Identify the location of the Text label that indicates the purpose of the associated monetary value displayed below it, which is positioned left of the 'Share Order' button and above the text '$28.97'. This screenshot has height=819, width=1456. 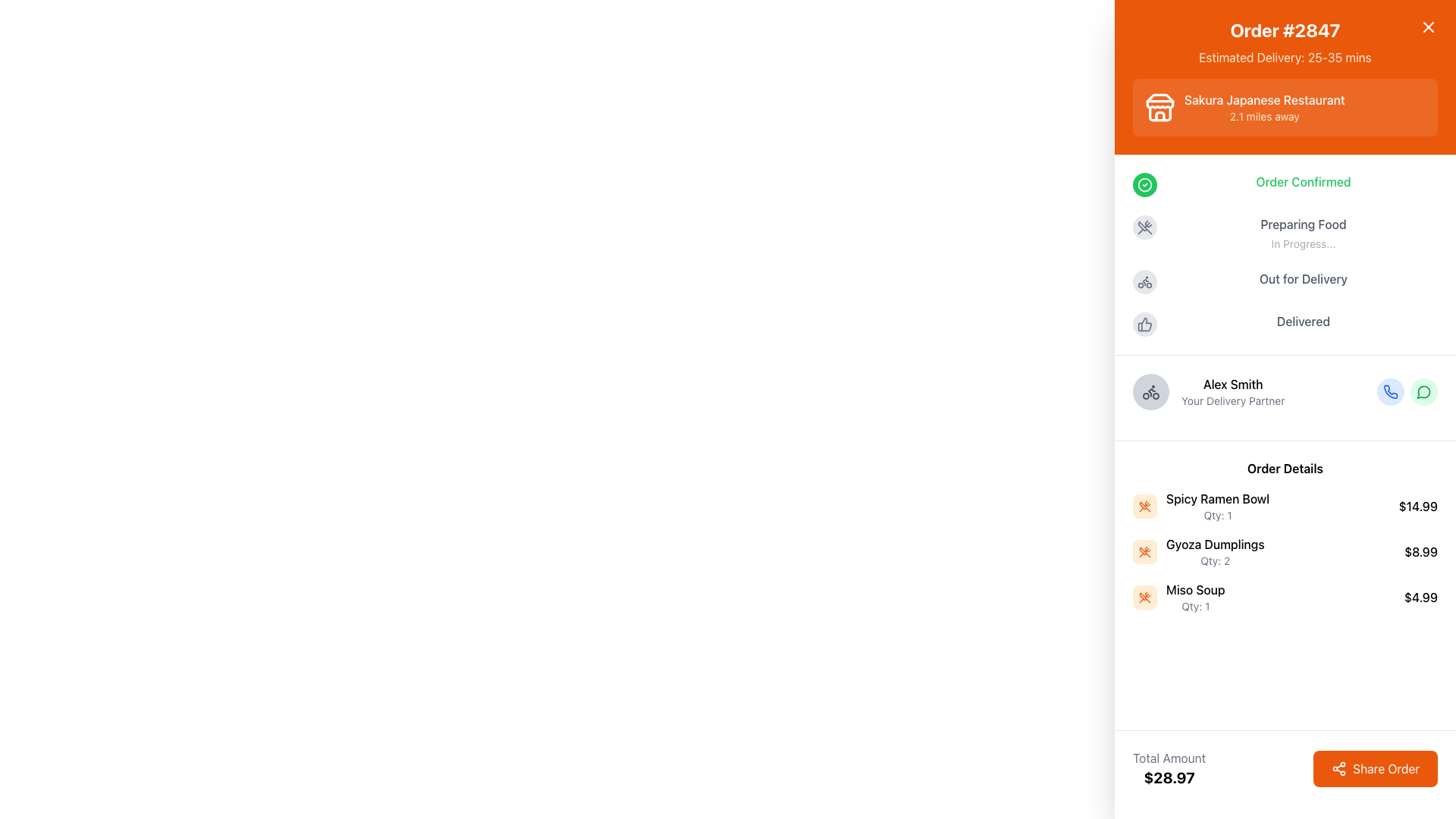
(1169, 758).